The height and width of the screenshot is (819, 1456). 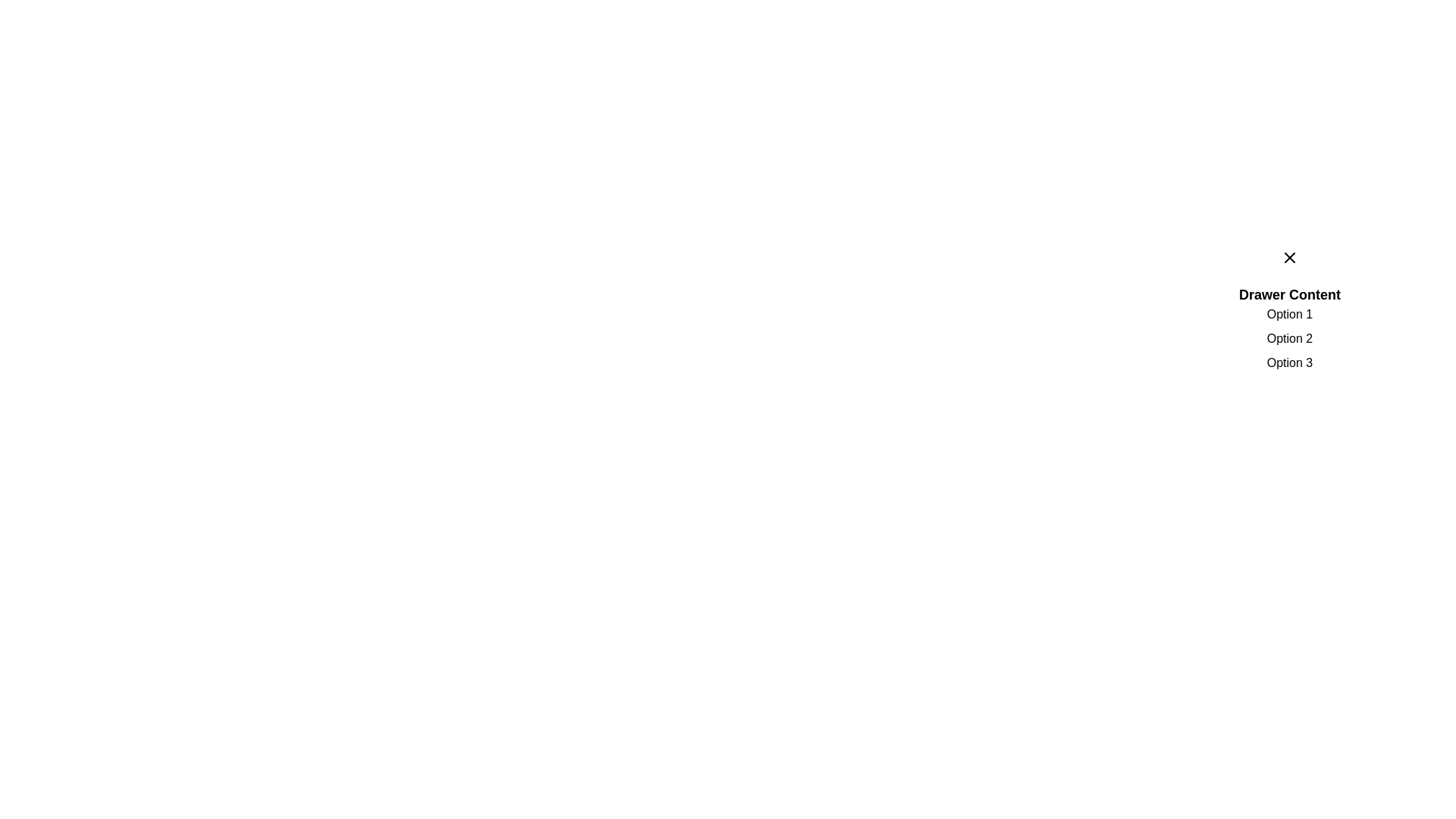 I want to click on the 'Option 2' button, which is the second button in a vertical list of options labeled 'Drawer Content', so click(x=1288, y=338).